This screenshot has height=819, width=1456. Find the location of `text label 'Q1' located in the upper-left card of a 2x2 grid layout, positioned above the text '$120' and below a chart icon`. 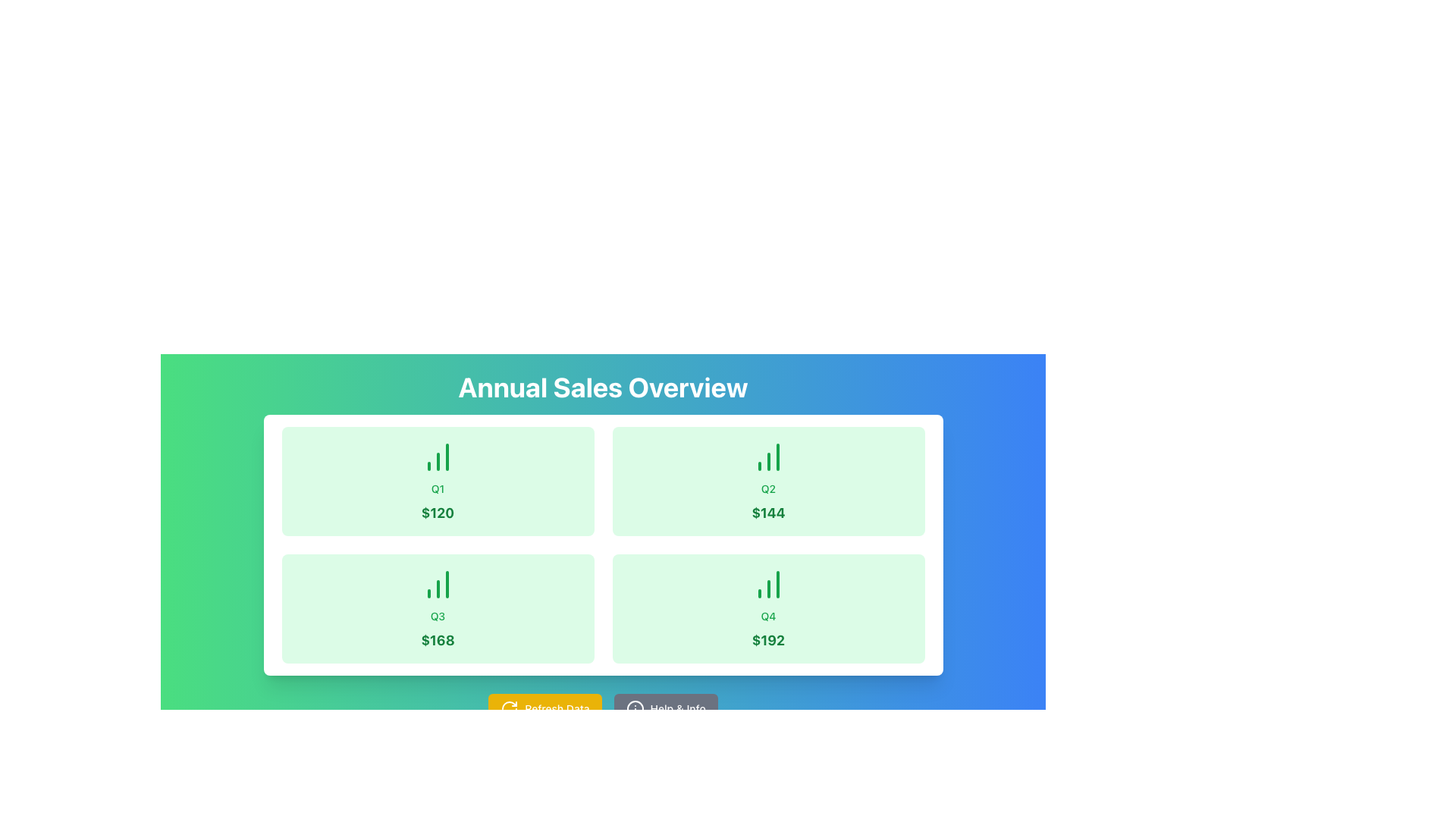

text label 'Q1' located in the upper-left card of a 2x2 grid layout, positioned above the text '$120' and below a chart icon is located at coordinates (437, 488).